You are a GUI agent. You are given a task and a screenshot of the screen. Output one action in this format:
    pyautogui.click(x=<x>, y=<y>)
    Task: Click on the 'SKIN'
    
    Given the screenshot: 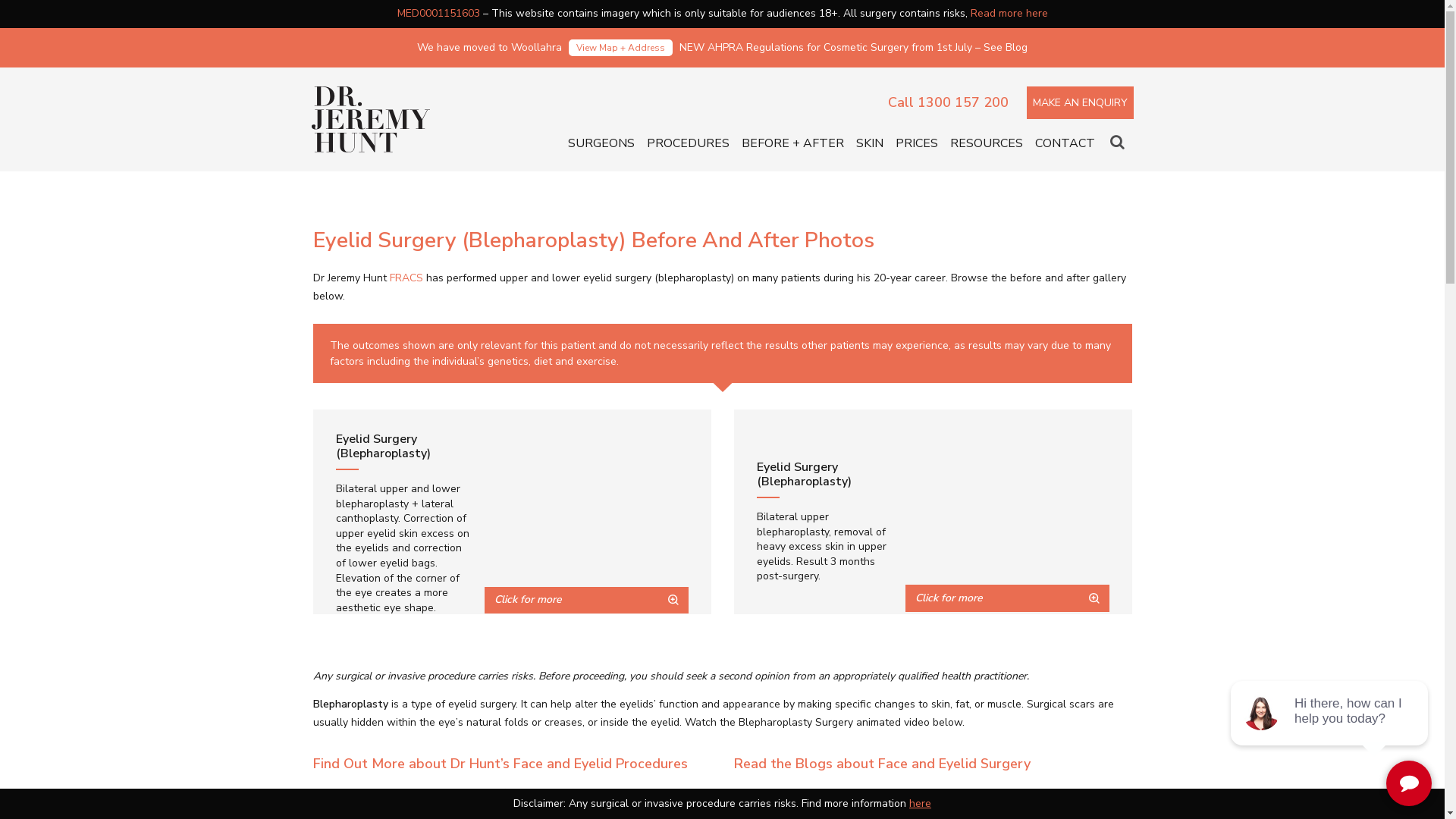 What is the action you would take?
    pyautogui.click(x=869, y=143)
    